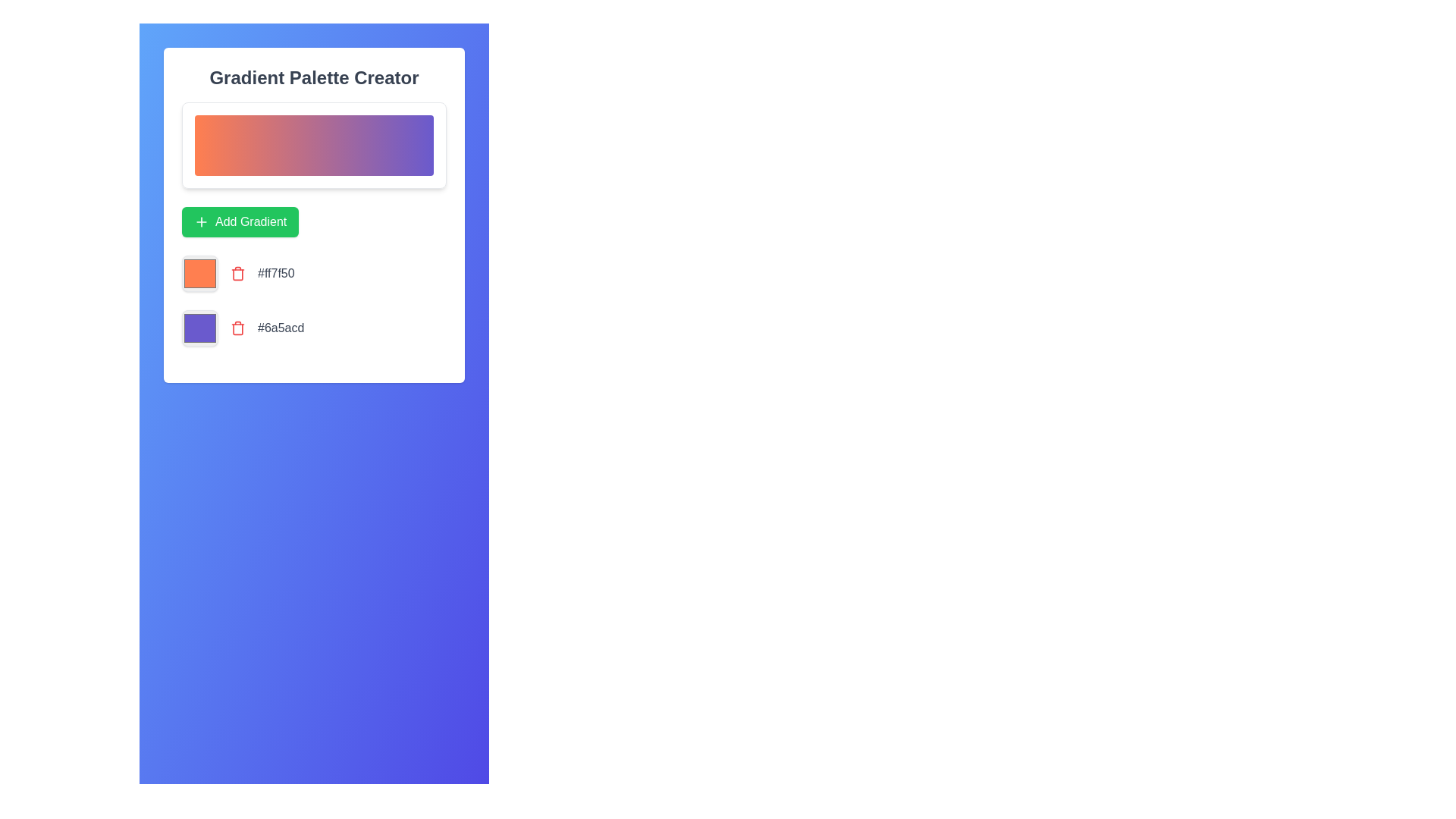 The width and height of the screenshot is (1456, 819). I want to click on the text '#6a5acd' for copying, which is styled in gray color and located adjacent to a purple color block and a red delete icon within the color palette manager, so click(281, 327).